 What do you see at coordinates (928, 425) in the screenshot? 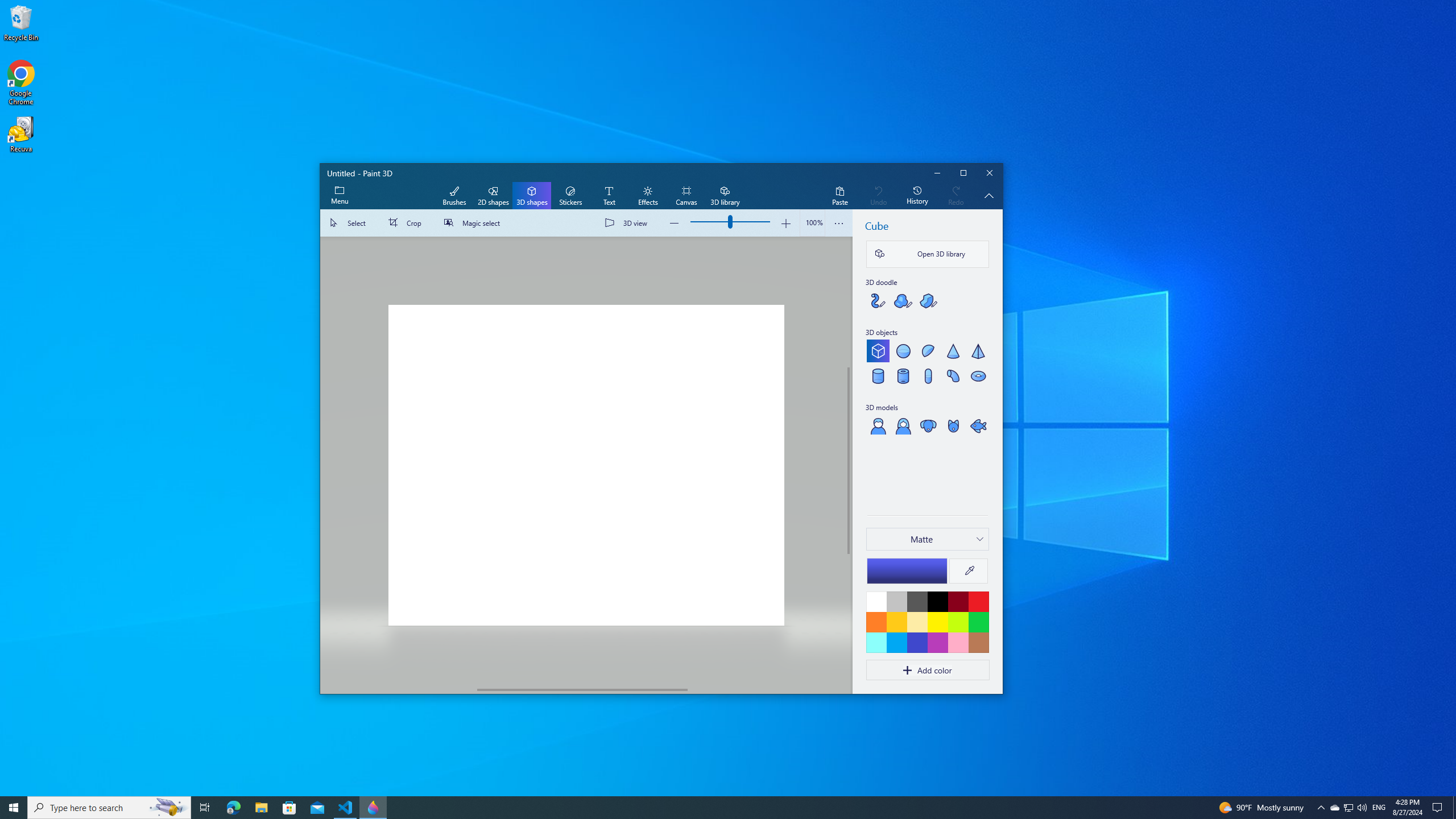
I see `'Dog'` at bounding box center [928, 425].